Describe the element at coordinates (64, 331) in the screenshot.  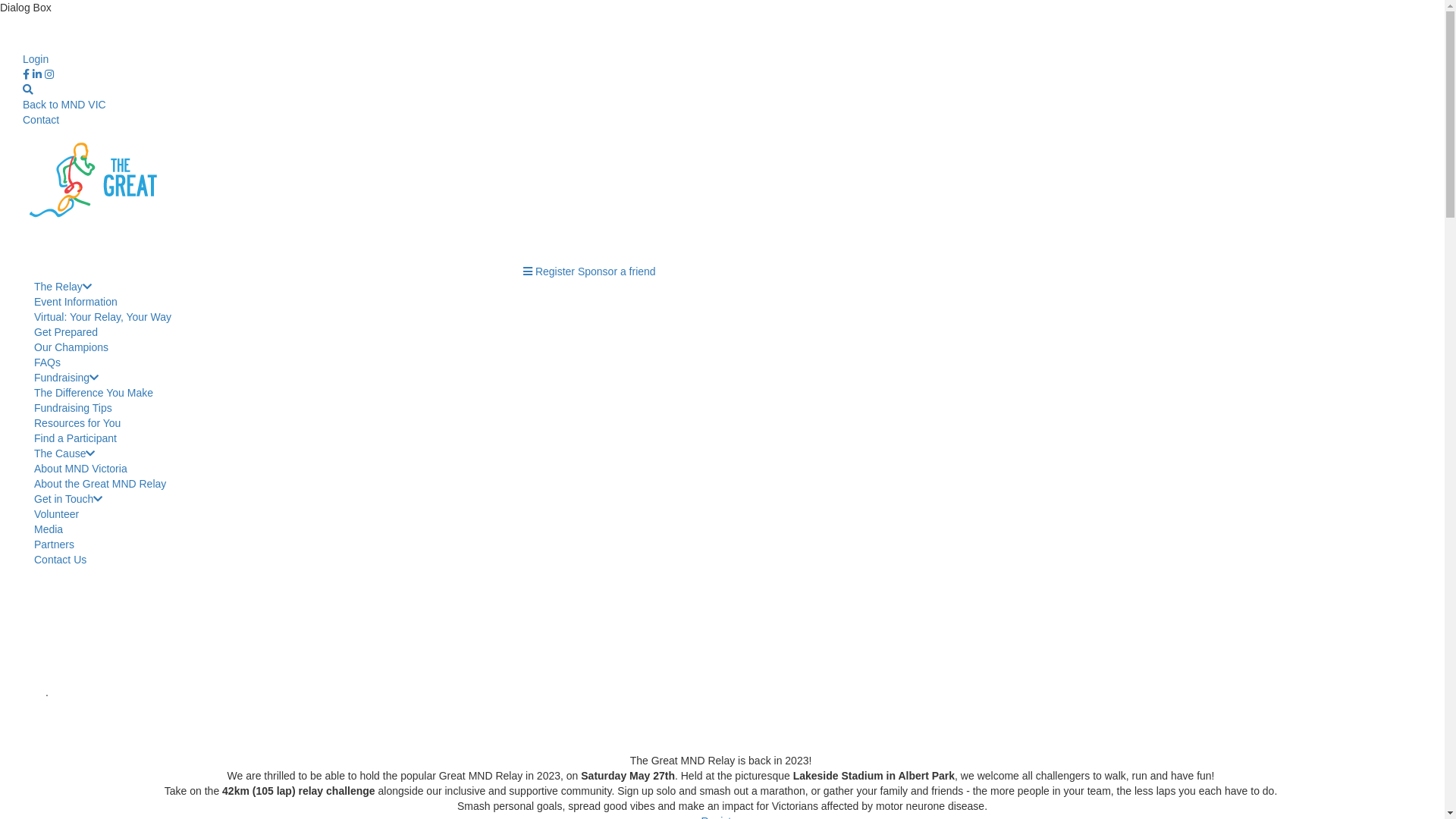
I see `'Get Prepared'` at that location.